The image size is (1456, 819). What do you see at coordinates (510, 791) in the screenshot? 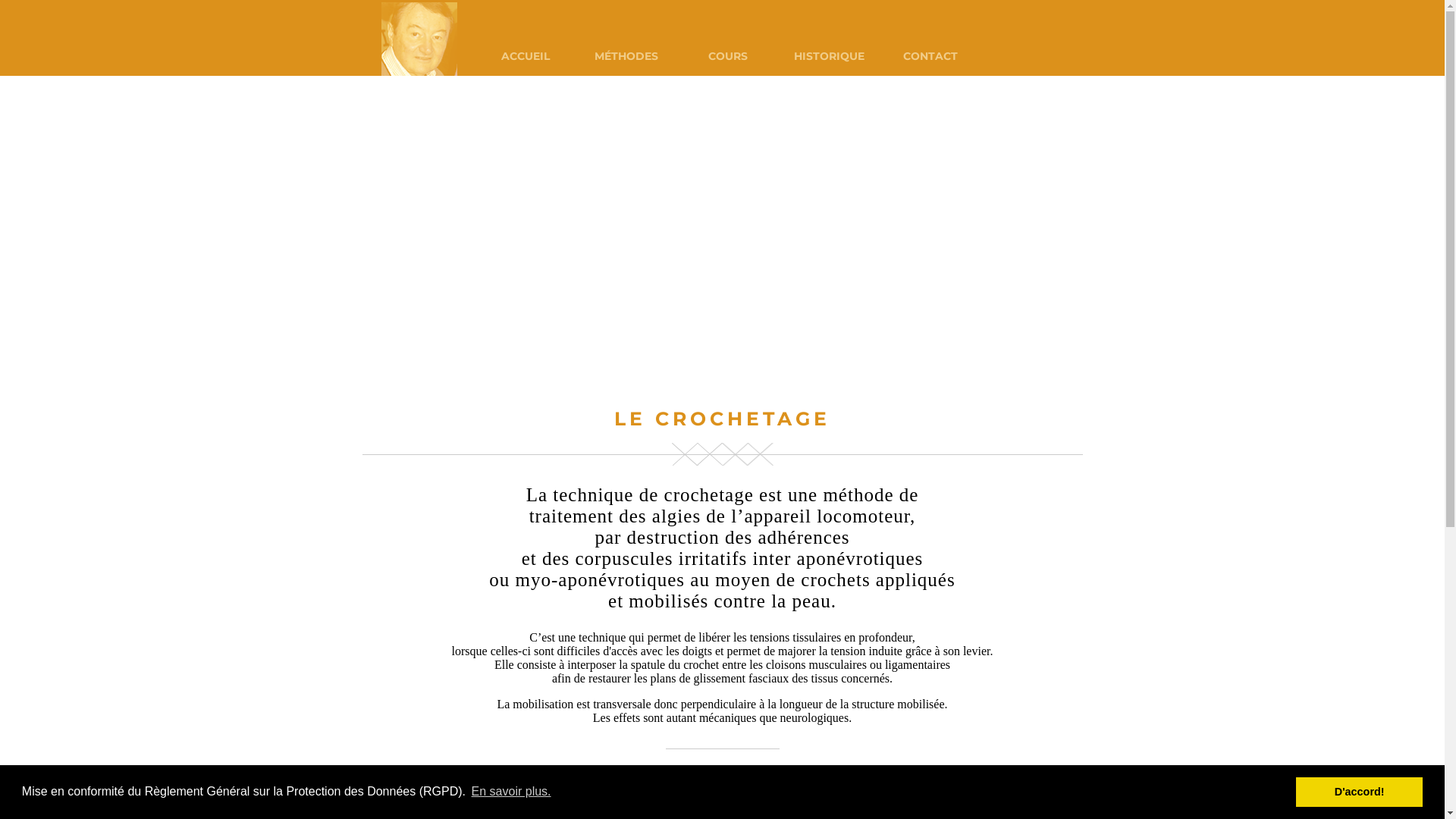
I see `'En savoir plus.'` at bounding box center [510, 791].